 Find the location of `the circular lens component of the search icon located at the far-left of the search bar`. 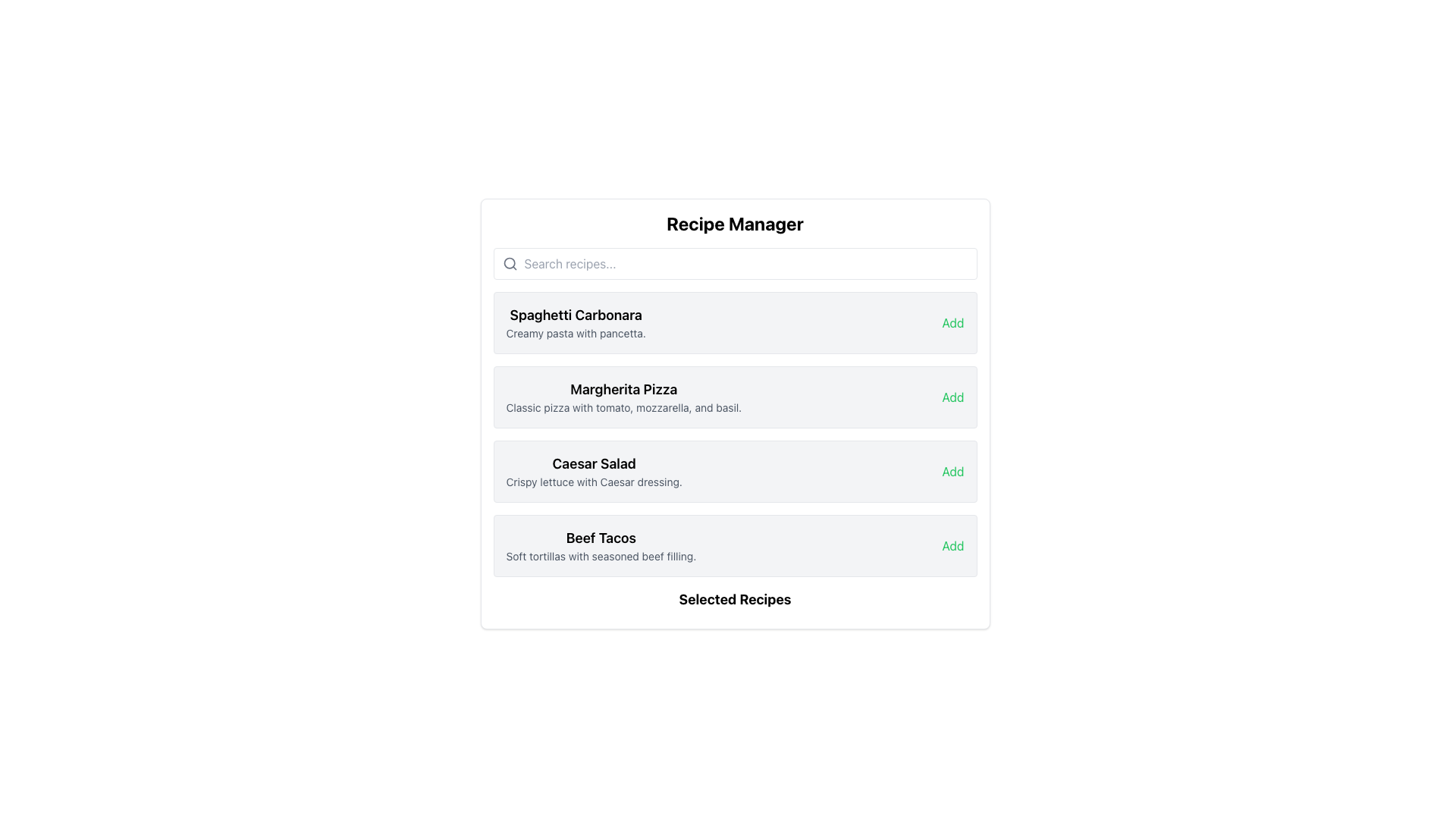

the circular lens component of the search icon located at the far-left of the search bar is located at coordinates (509, 262).